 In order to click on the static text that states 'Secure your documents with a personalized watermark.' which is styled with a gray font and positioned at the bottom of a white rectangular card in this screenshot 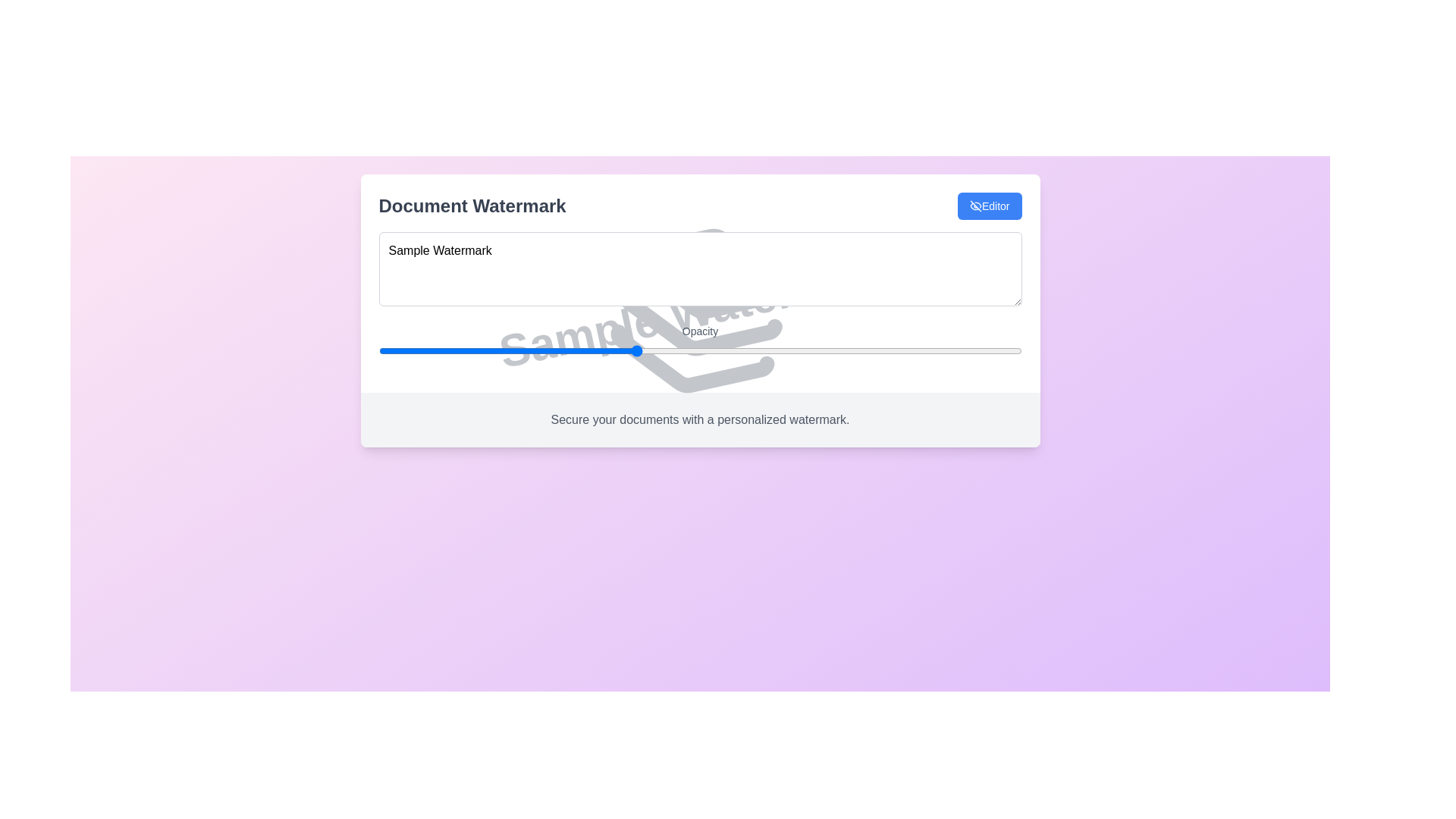, I will do `click(699, 420)`.